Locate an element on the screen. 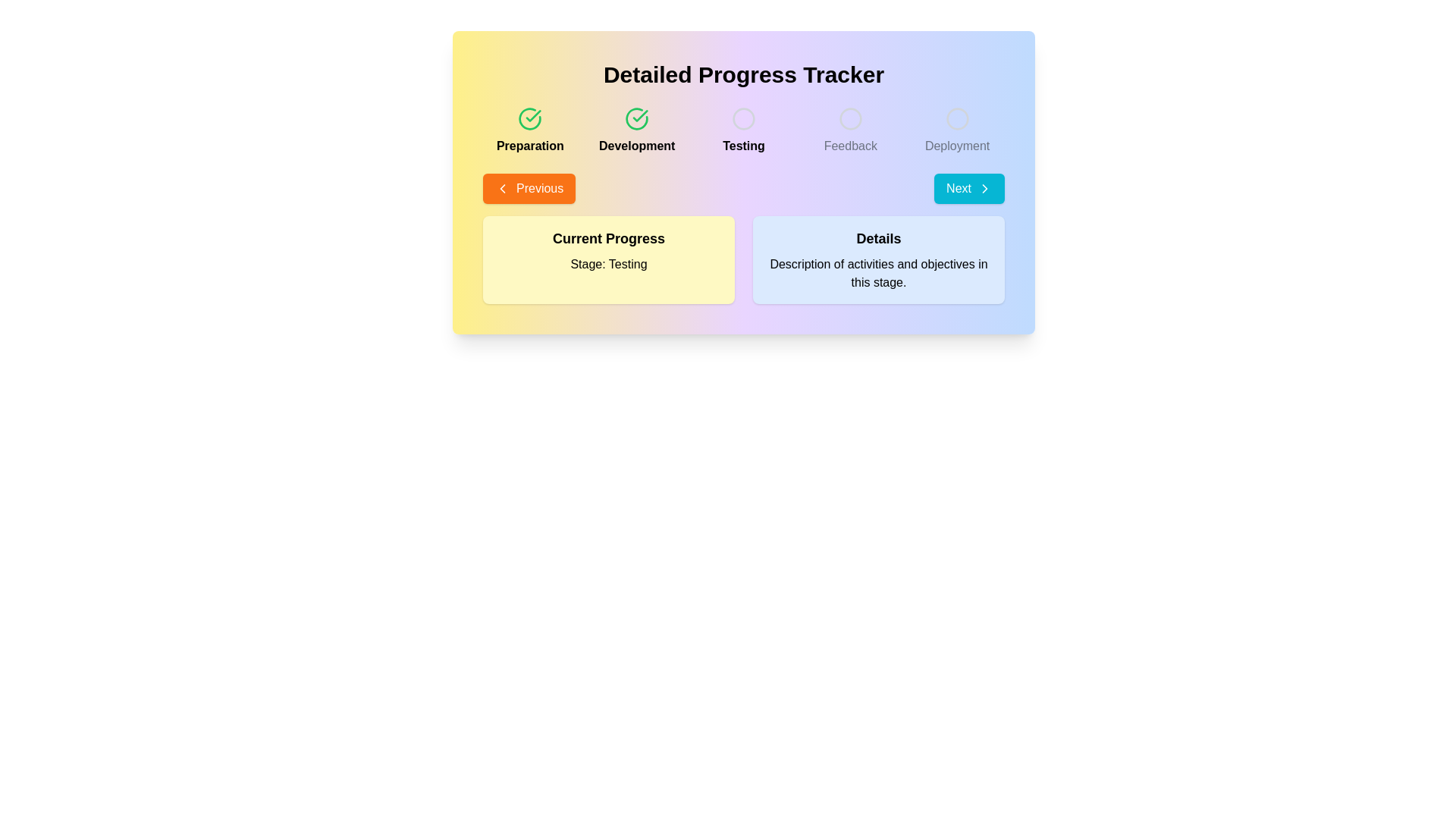 The width and height of the screenshot is (1456, 819). the Circular graphic indicator representing the 'Testing' phase in the progress tracker for visual feedback is located at coordinates (743, 118).